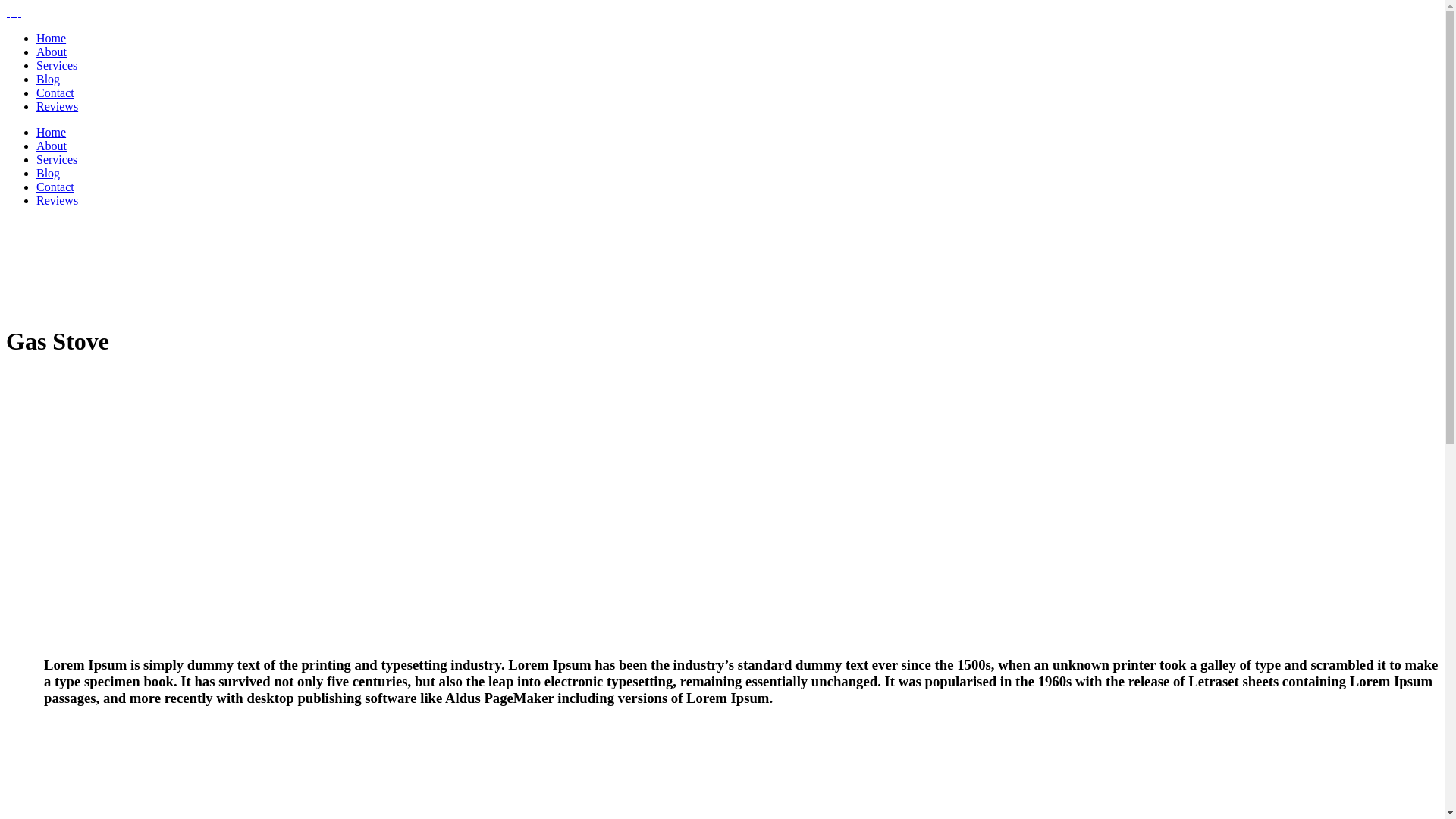 This screenshot has width=1456, height=819. What do you see at coordinates (57, 105) in the screenshot?
I see `'Reviews'` at bounding box center [57, 105].